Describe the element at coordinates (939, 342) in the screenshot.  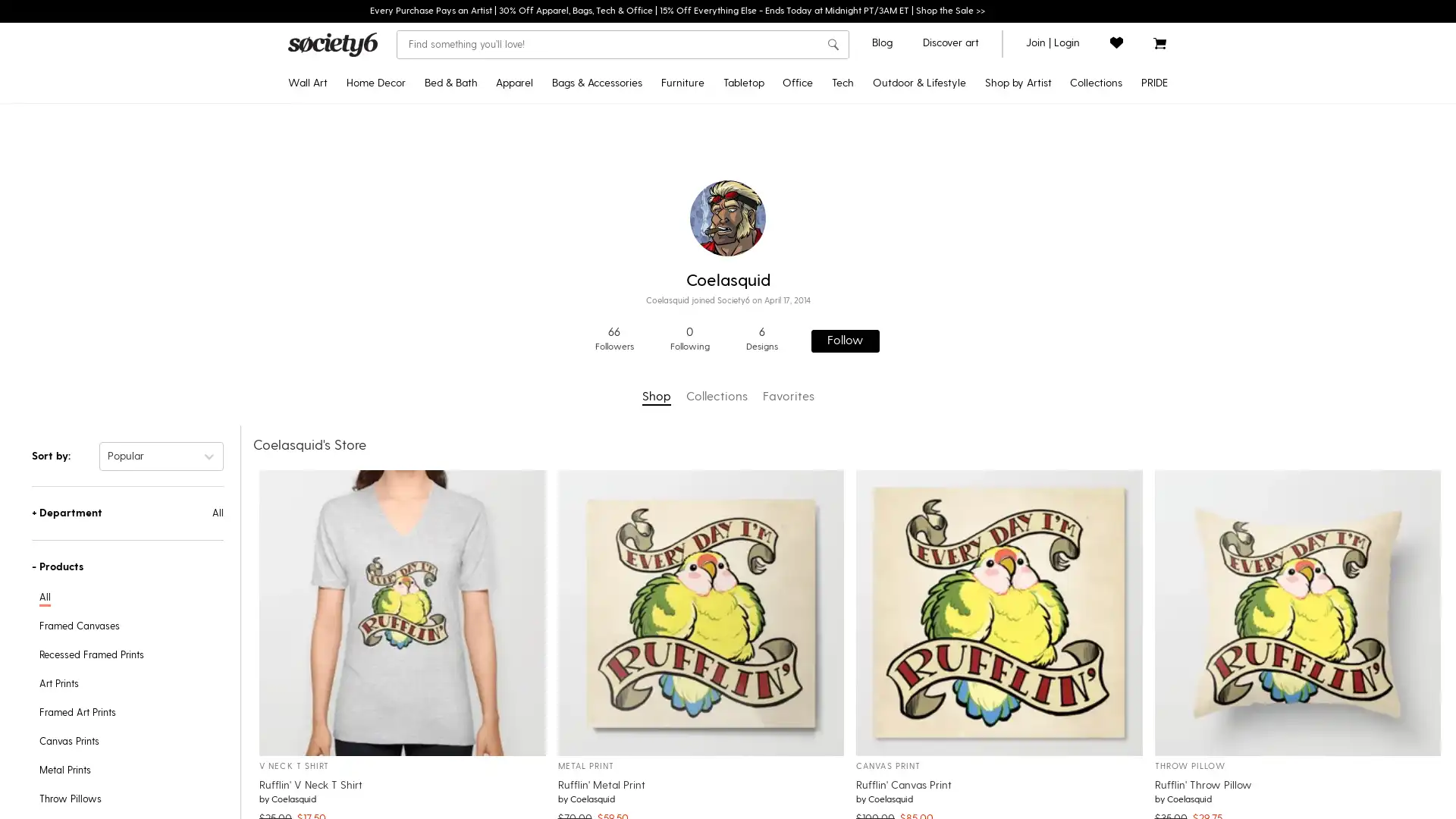
I see `Beach Towels` at that location.